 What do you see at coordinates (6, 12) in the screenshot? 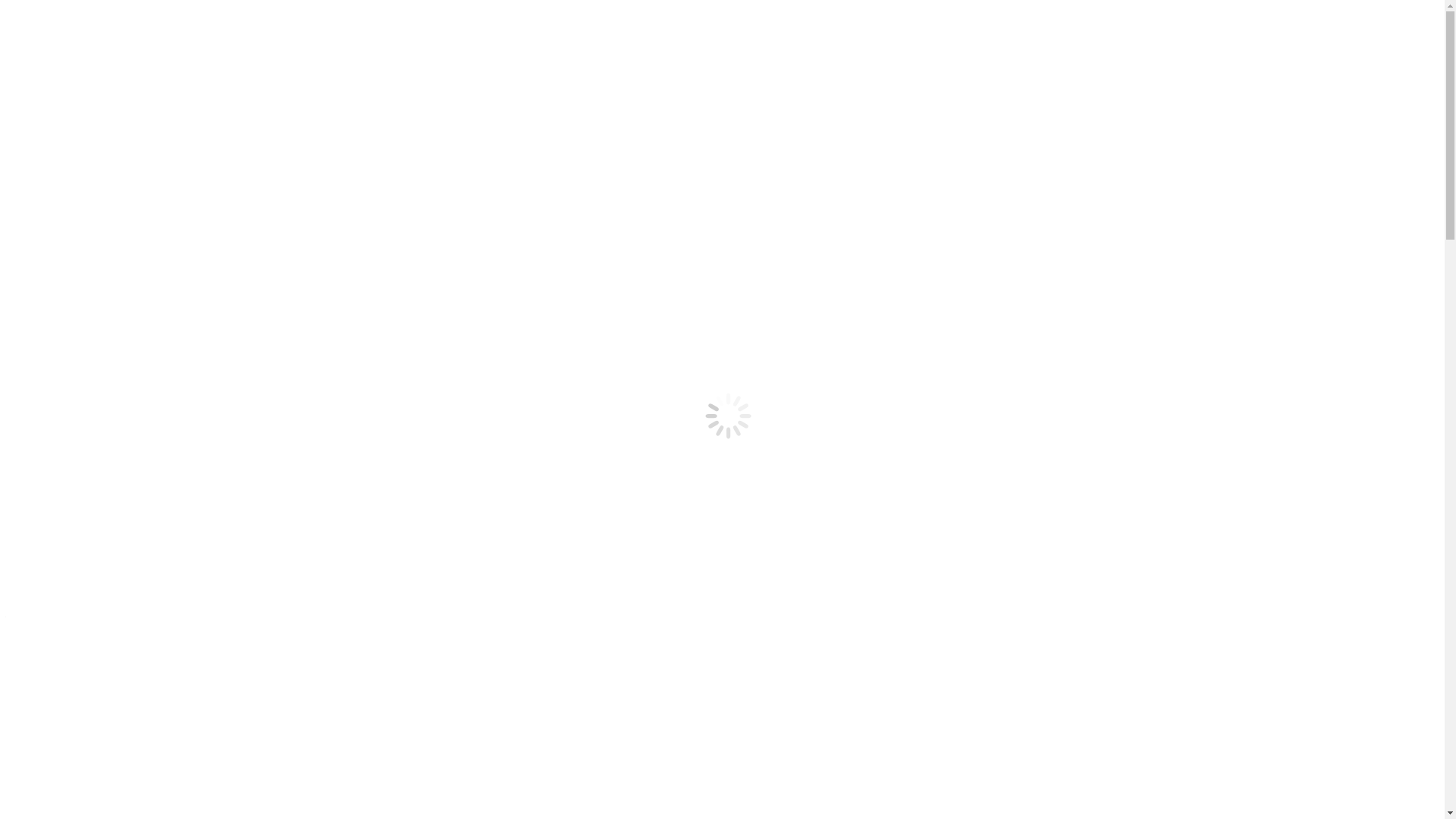
I see `'Skip to content'` at bounding box center [6, 12].